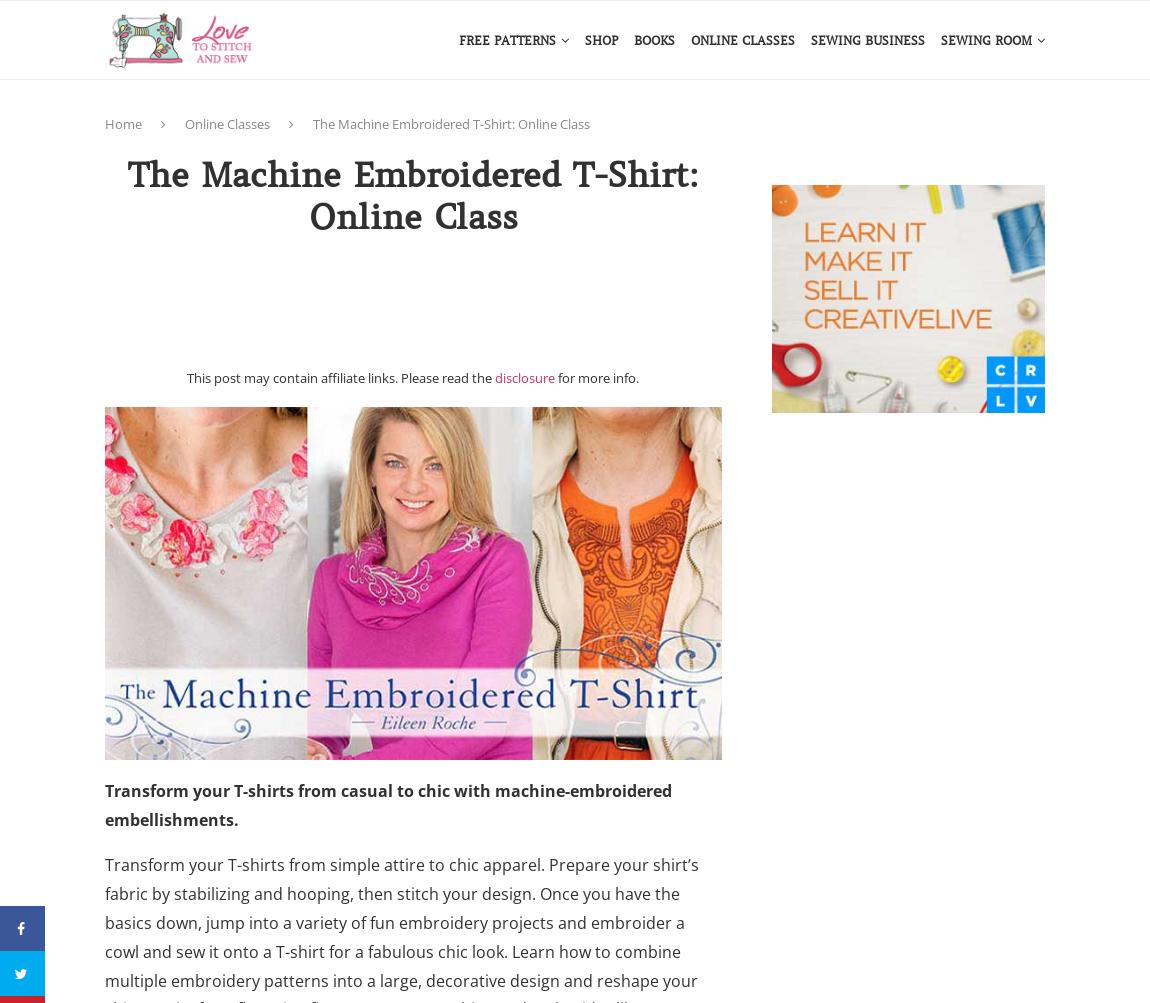 The image size is (1150, 1003). I want to click on 'Books', so click(632, 40).